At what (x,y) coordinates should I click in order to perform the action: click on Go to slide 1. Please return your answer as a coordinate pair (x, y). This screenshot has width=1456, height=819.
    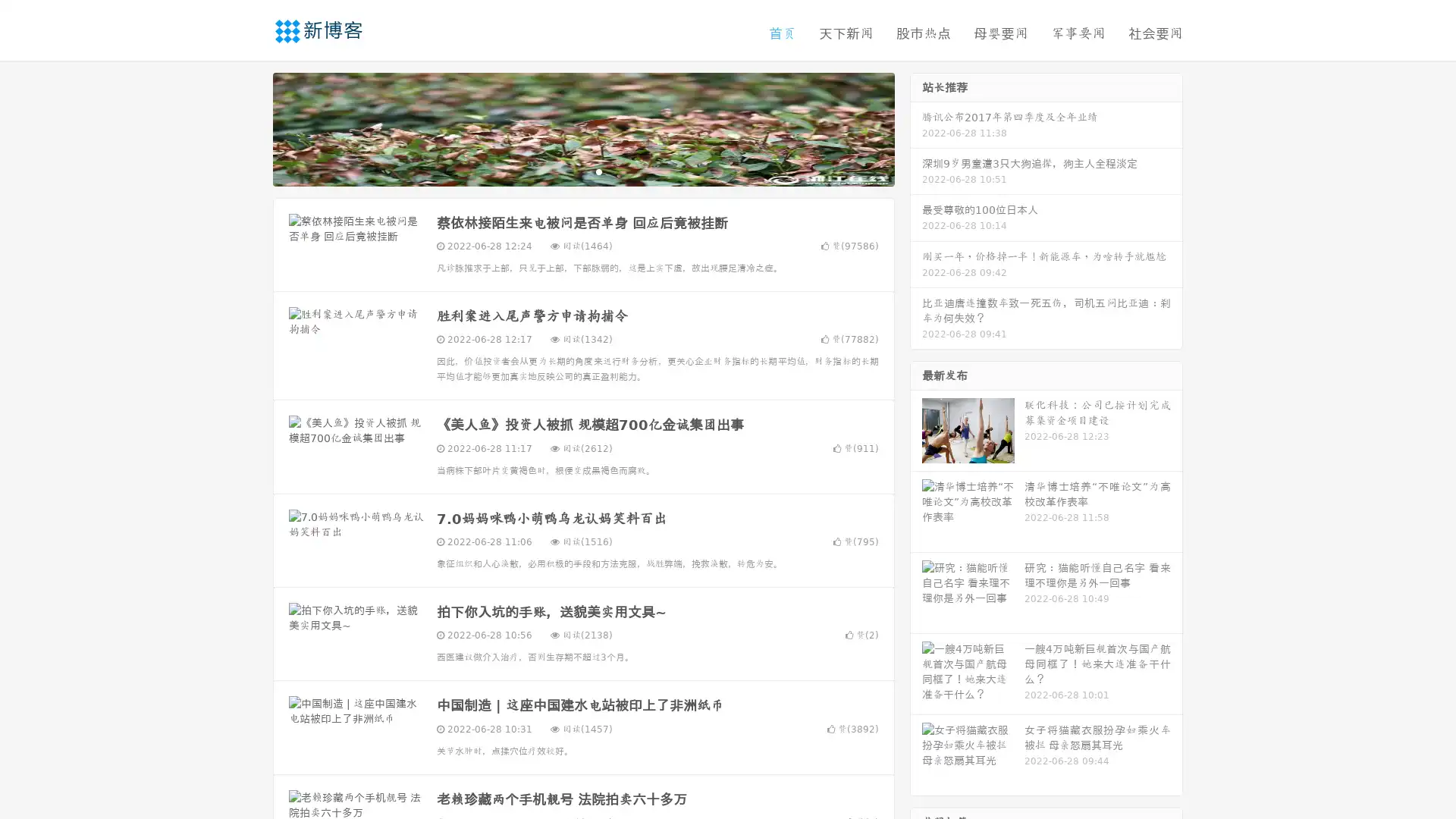
    Looking at the image, I should click on (567, 171).